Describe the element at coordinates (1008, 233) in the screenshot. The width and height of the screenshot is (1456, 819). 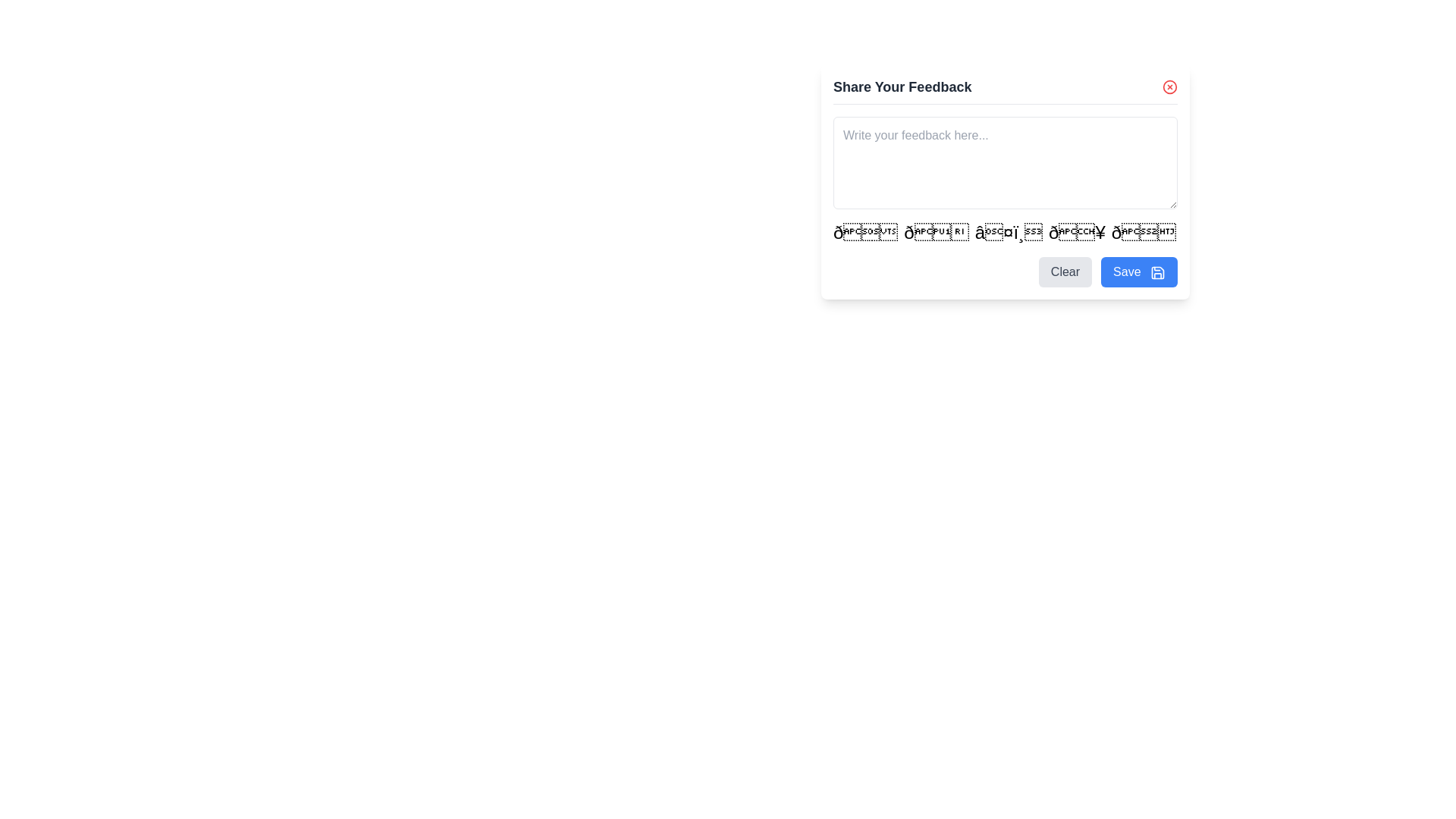
I see `the heart-shaped icon, which is the third icon from the left in a horizontal array of five icons located near the bottom-right corner of a feedback panel` at that location.